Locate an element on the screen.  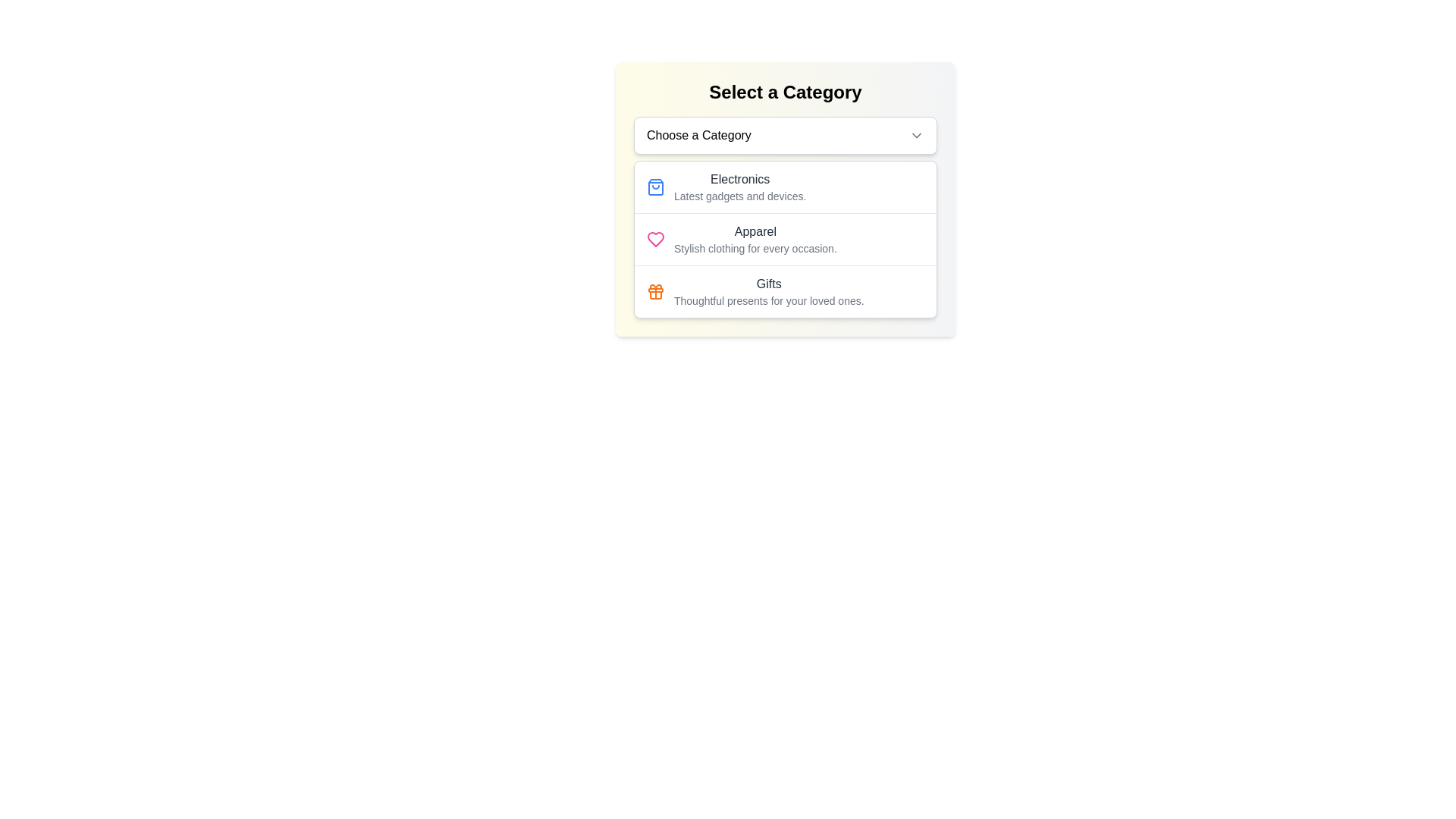
the 'Electronics' text label in the dropdown menu that indicates a category, located in the left section of the horizontal list item beneath the 'Choose a Category' dropdown selector is located at coordinates (740, 186).